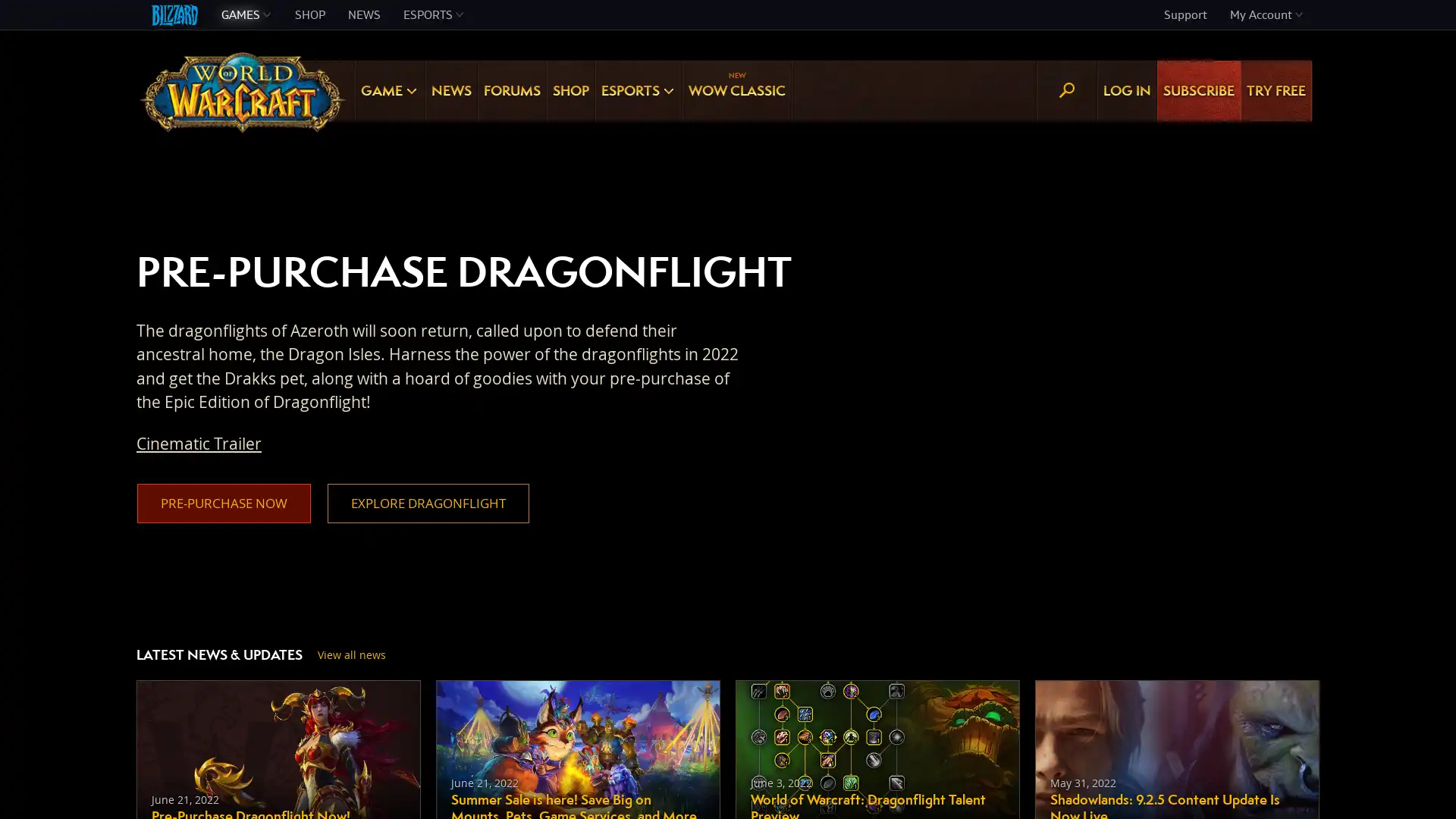 The width and height of the screenshot is (1456, 819). Describe the element at coordinates (198, 443) in the screenshot. I see `Cinematic Trailer` at that location.